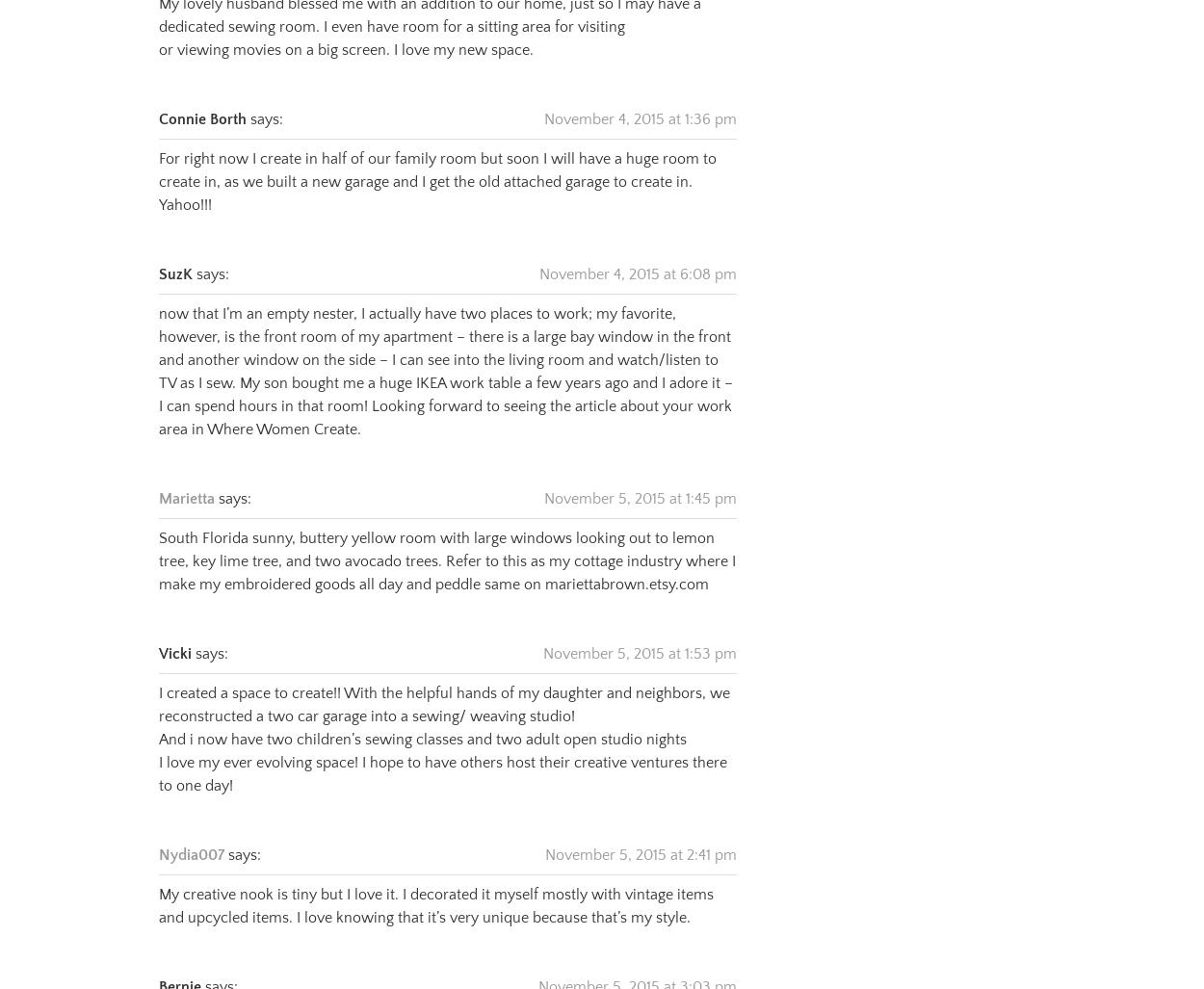  I want to click on 'November 4, 2015 at 1:36 pm', so click(641, 94).